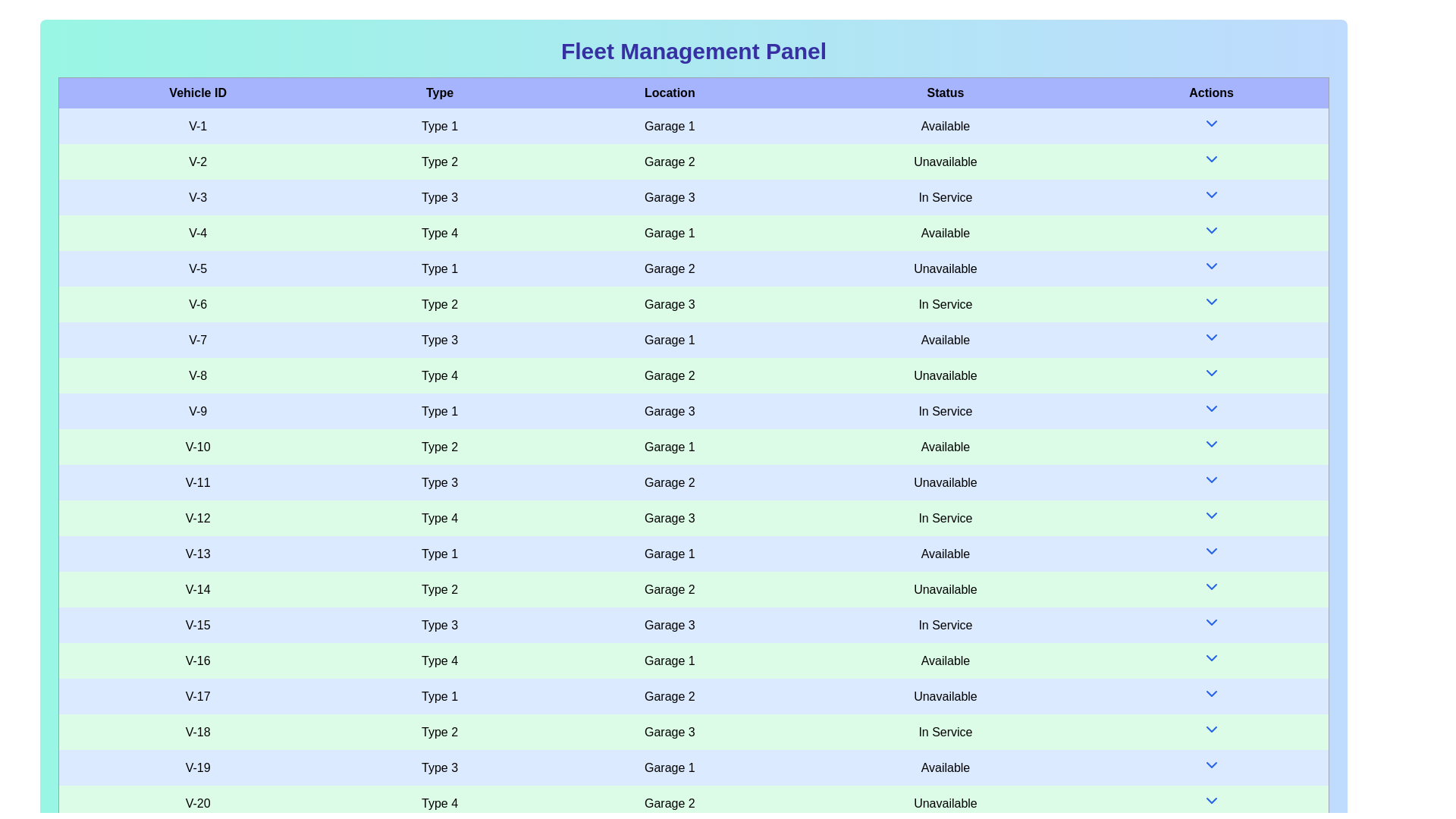 This screenshot has height=819, width=1456. Describe the element at coordinates (196, 93) in the screenshot. I see `the column header 'Vehicle ID' to sort the table by that column` at that location.